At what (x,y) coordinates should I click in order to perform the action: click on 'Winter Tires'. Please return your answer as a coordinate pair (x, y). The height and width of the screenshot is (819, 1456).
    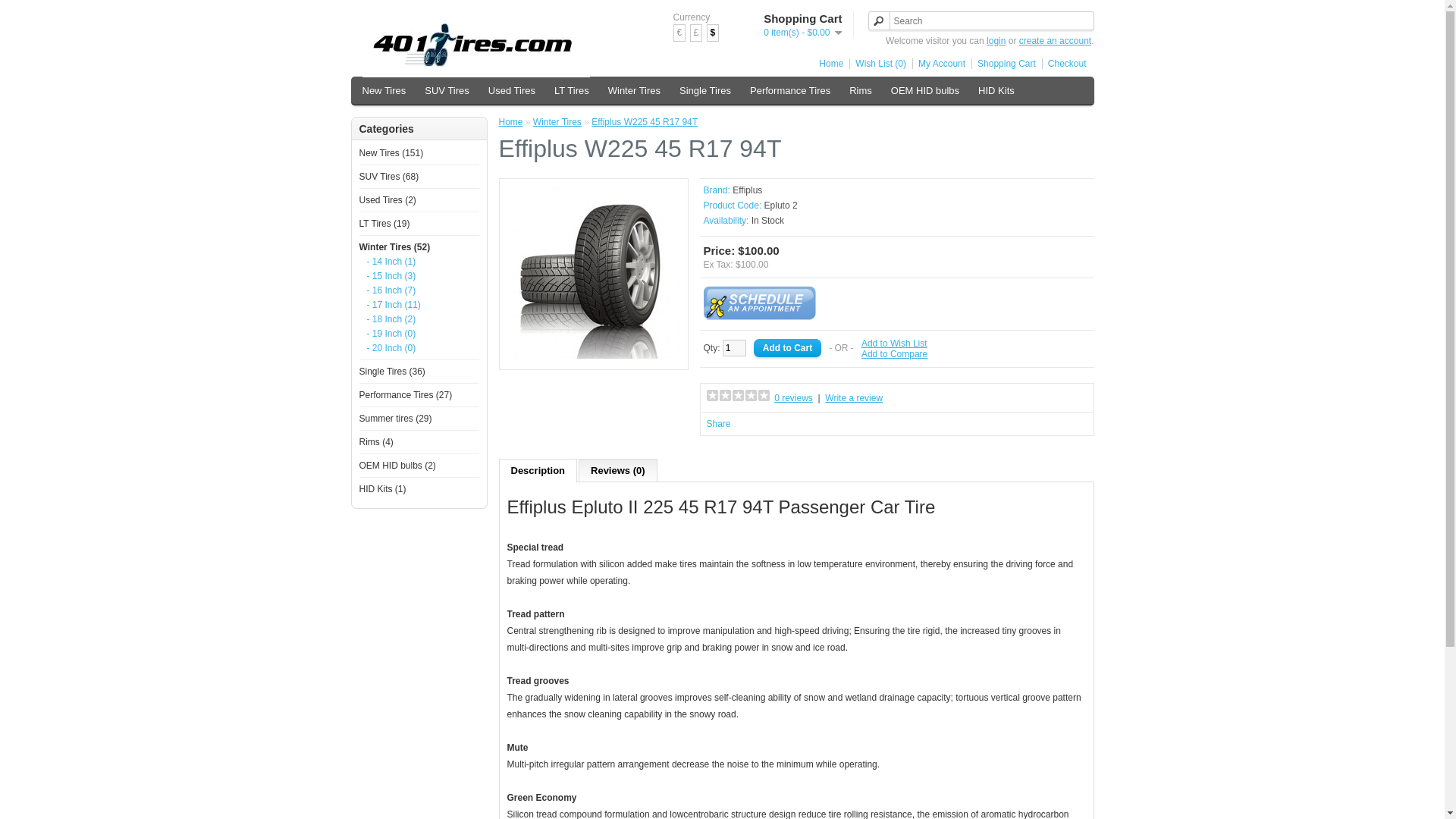
    Looking at the image, I should click on (600, 90).